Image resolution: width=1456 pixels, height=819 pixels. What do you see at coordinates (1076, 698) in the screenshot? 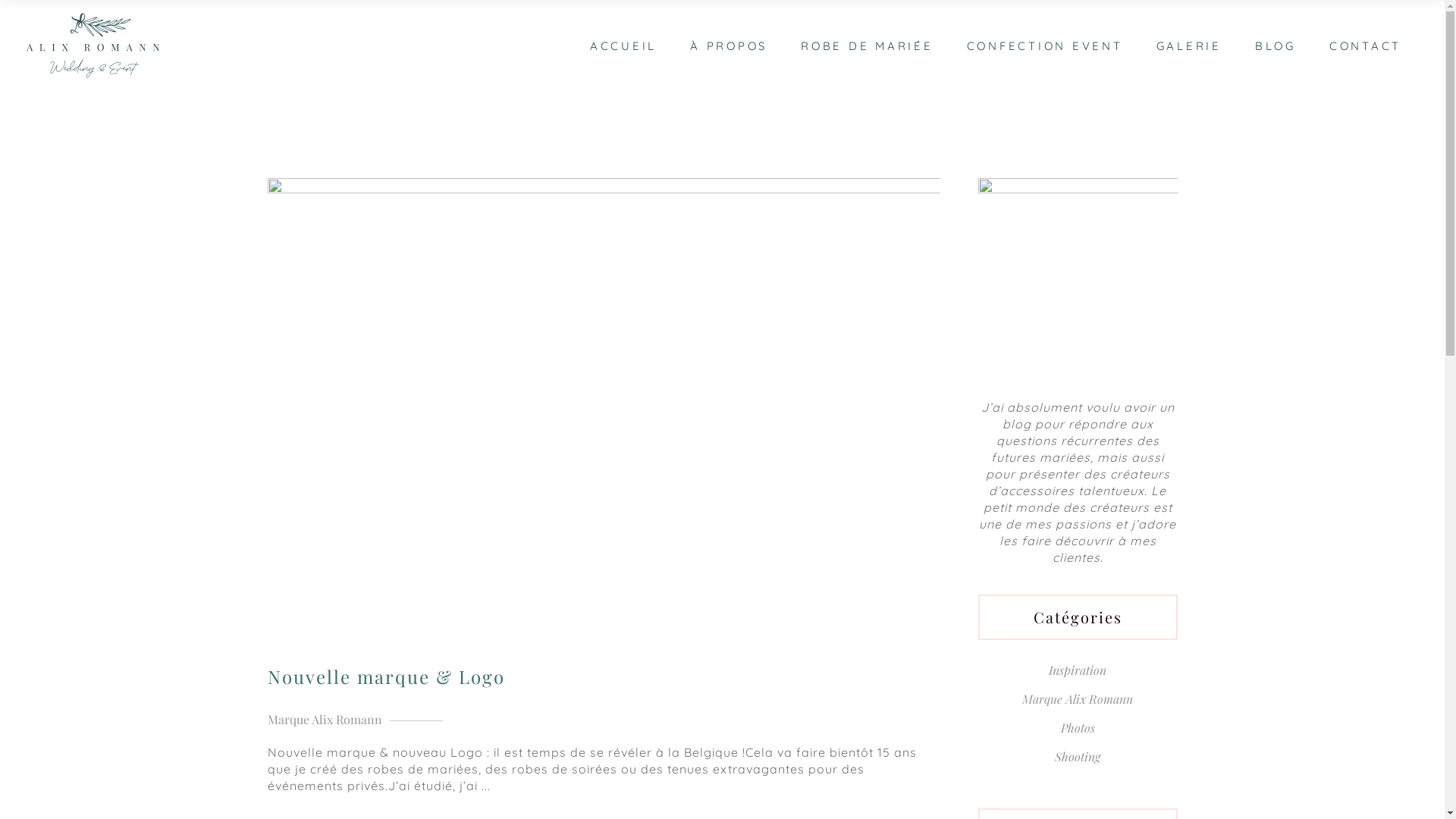
I see `'Marque Alix Romann'` at bounding box center [1076, 698].